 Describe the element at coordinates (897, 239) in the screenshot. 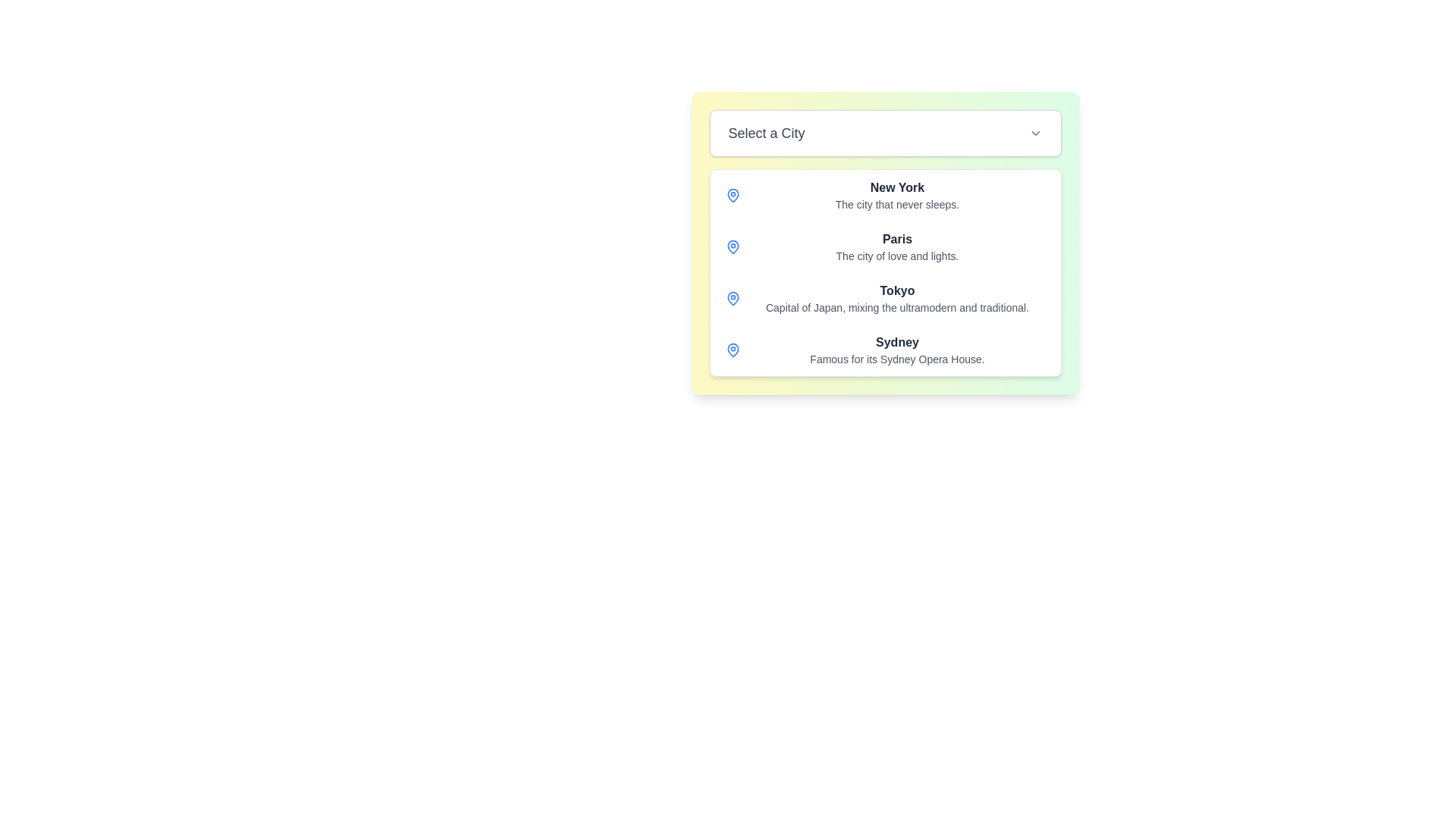

I see `the text label displaying 'Paris' in bold dark gray font, located in a dropdown menu interface above the description text 'The city of love and lights'` at that location.